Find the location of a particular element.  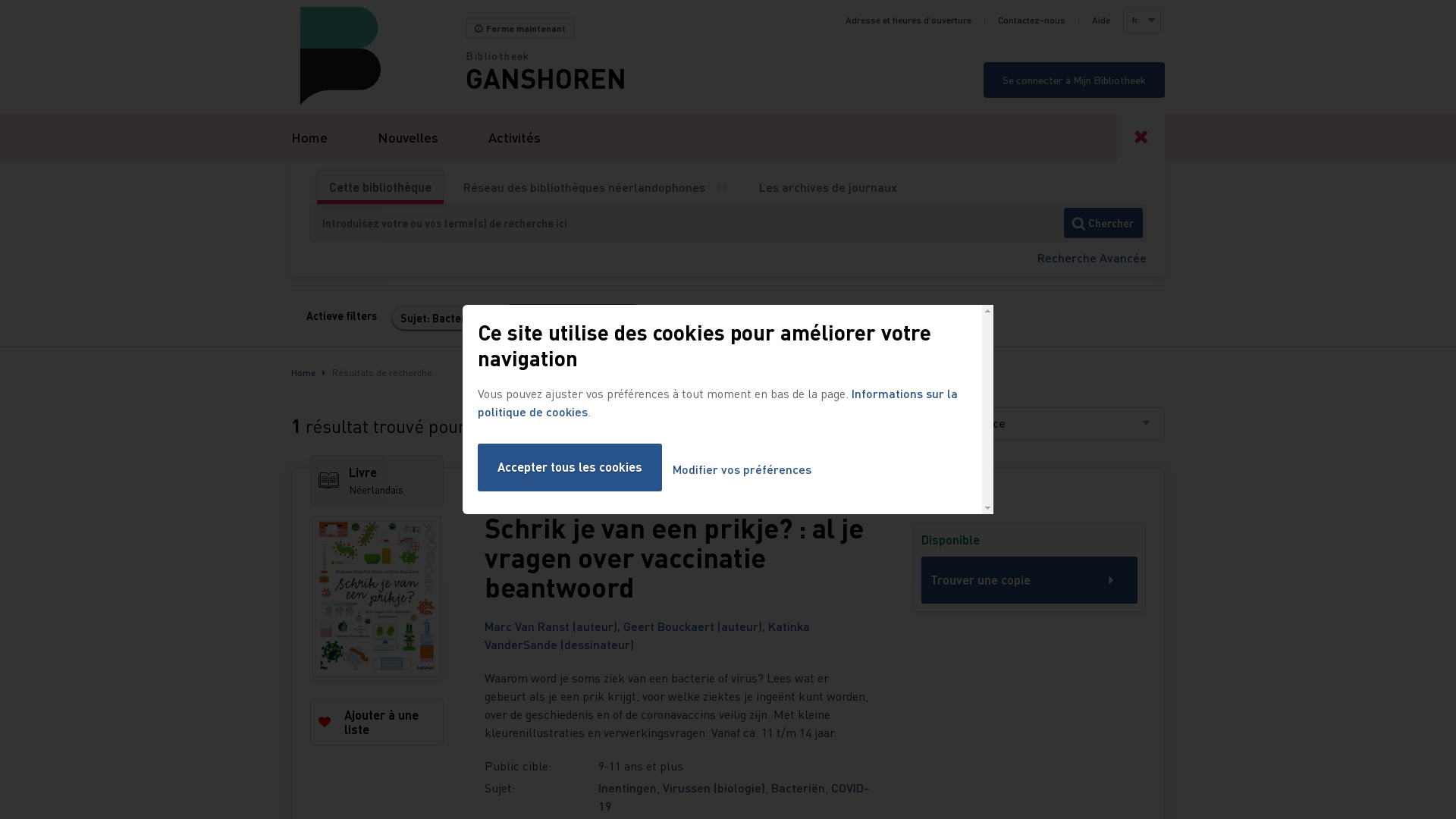

'COVID-19' is located at coordinates (733, 795).